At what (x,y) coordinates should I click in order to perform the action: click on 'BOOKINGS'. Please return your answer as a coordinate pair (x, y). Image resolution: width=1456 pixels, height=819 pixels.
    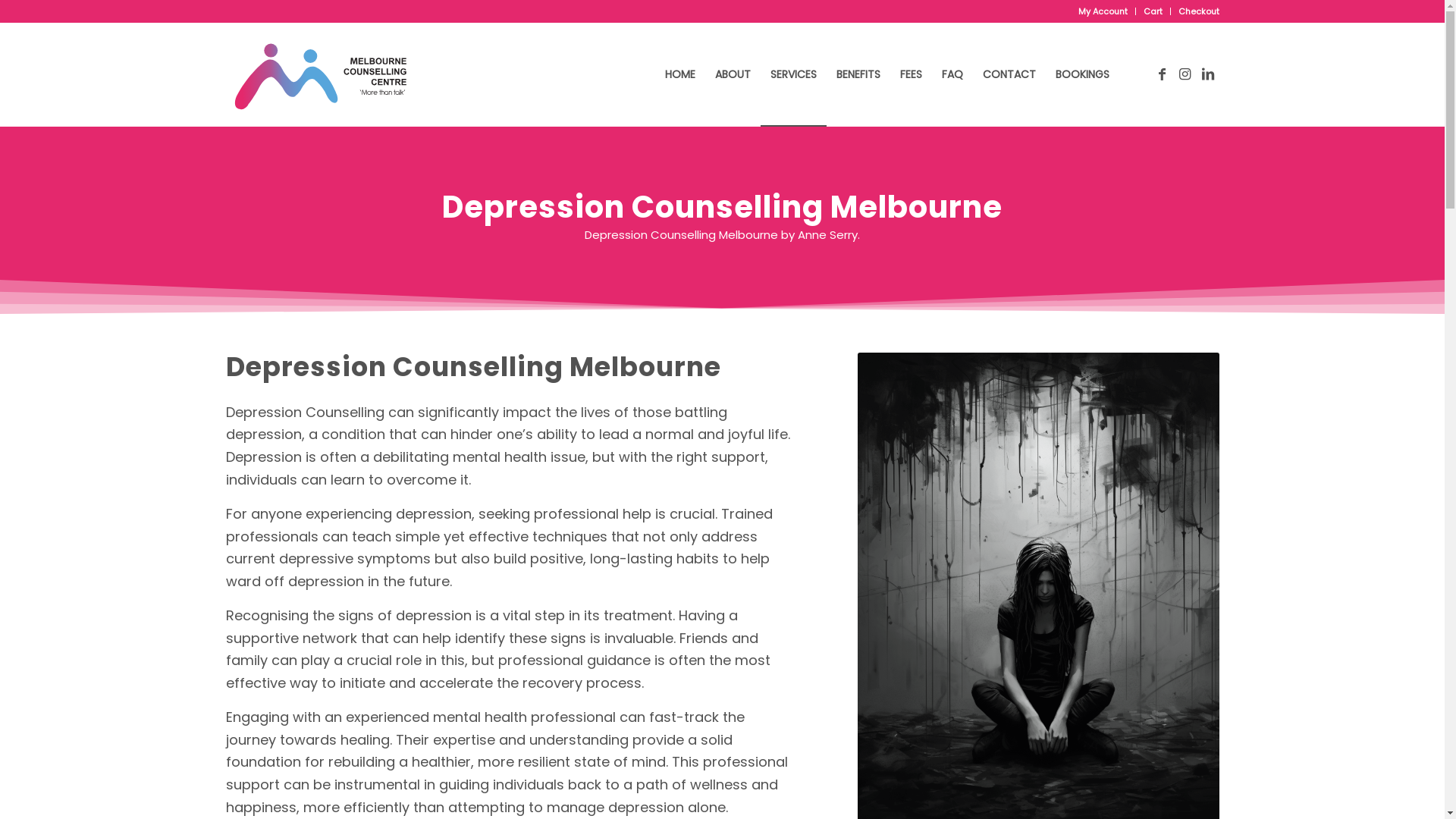
    Looking at the image, I should click on (1081, 74).